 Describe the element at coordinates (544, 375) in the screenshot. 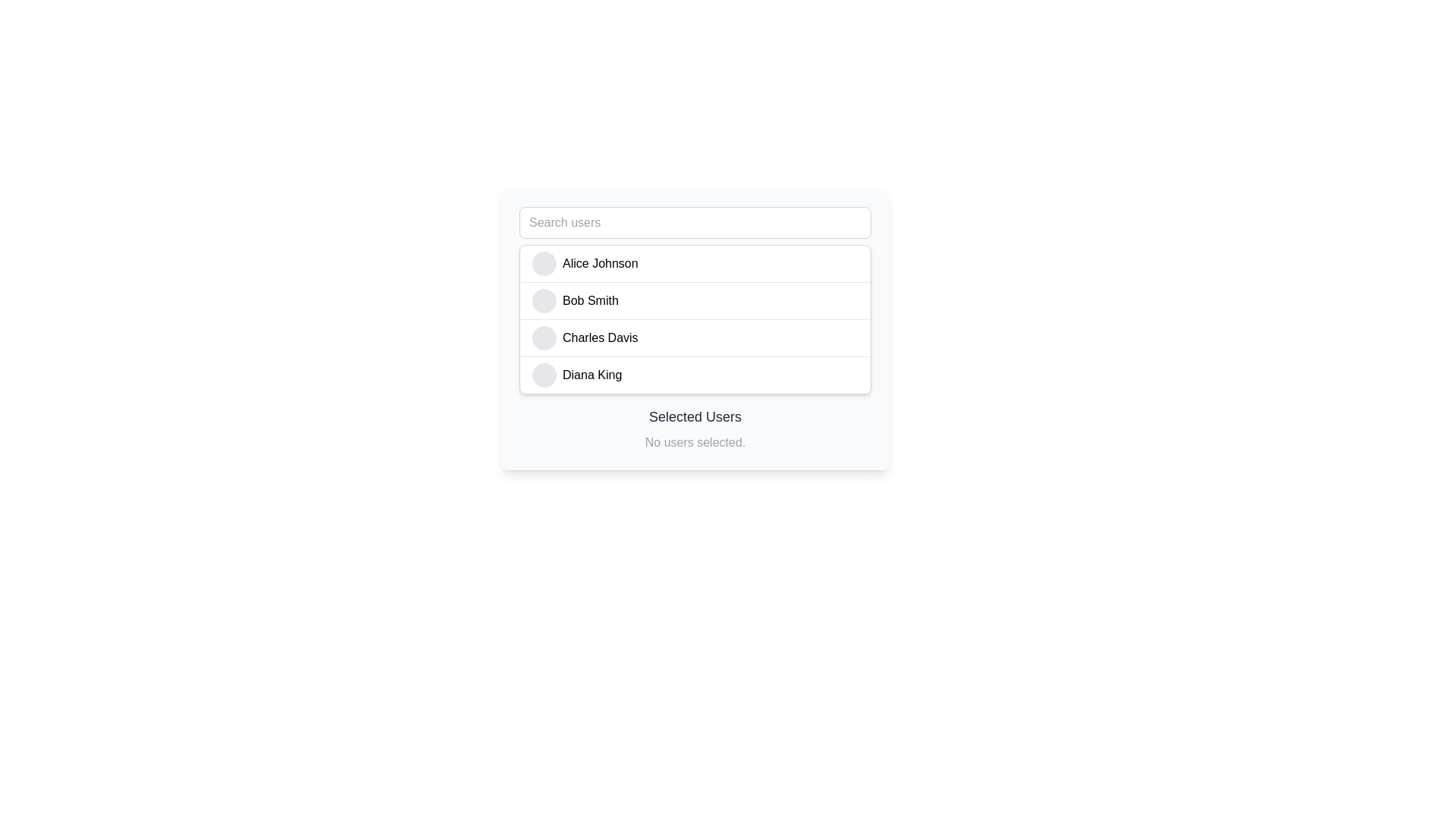

I see `the circular graphical indicator or placeholder for the profile image associated with 'Diana King', located in the last row of the vertical list` at that location.